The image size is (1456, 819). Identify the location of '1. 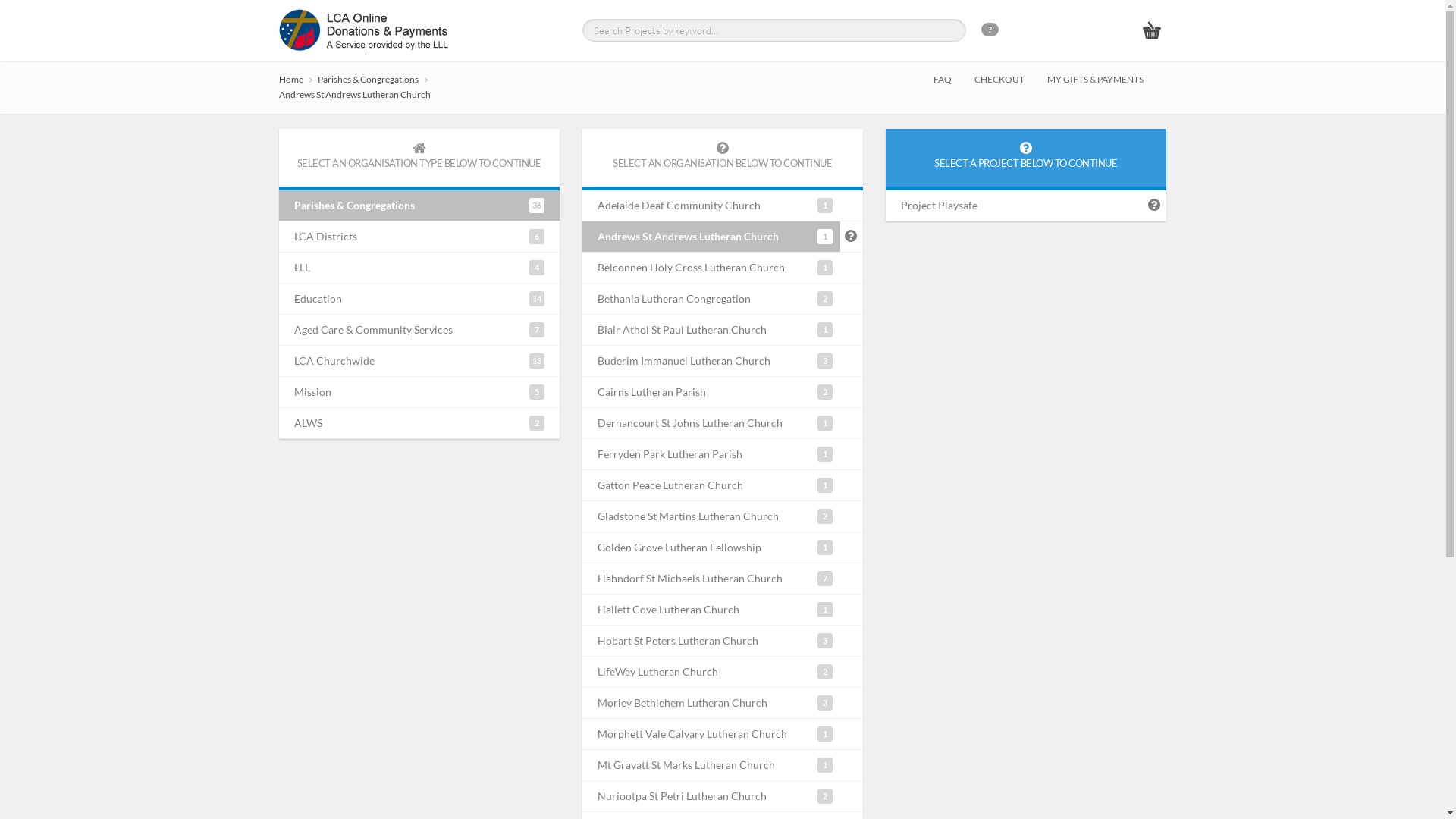
(710, 608).